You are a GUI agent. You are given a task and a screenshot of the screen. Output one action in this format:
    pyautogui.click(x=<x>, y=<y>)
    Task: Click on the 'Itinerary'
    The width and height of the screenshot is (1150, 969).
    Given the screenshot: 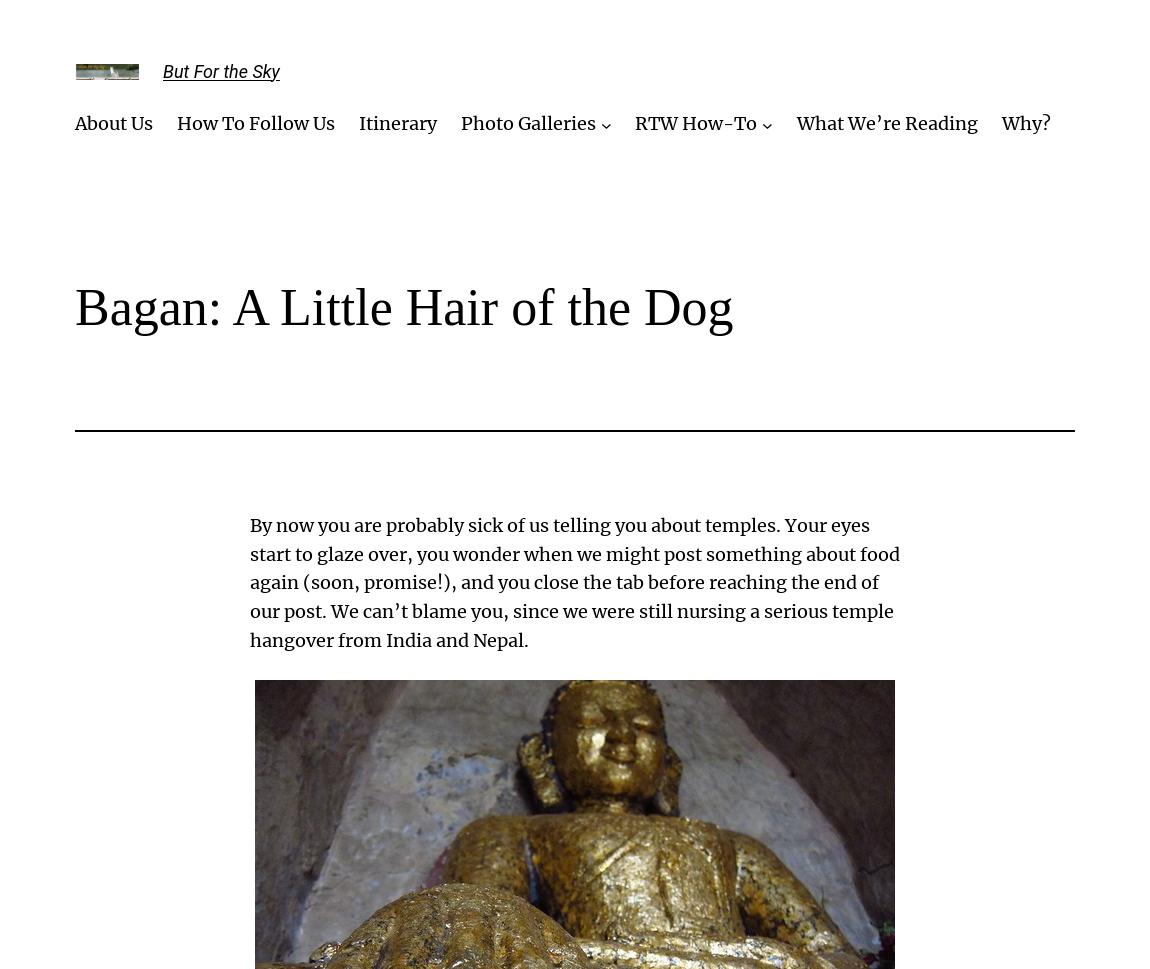 What is the action you would take?
    pyautogui.click(x=359, y=123)
    